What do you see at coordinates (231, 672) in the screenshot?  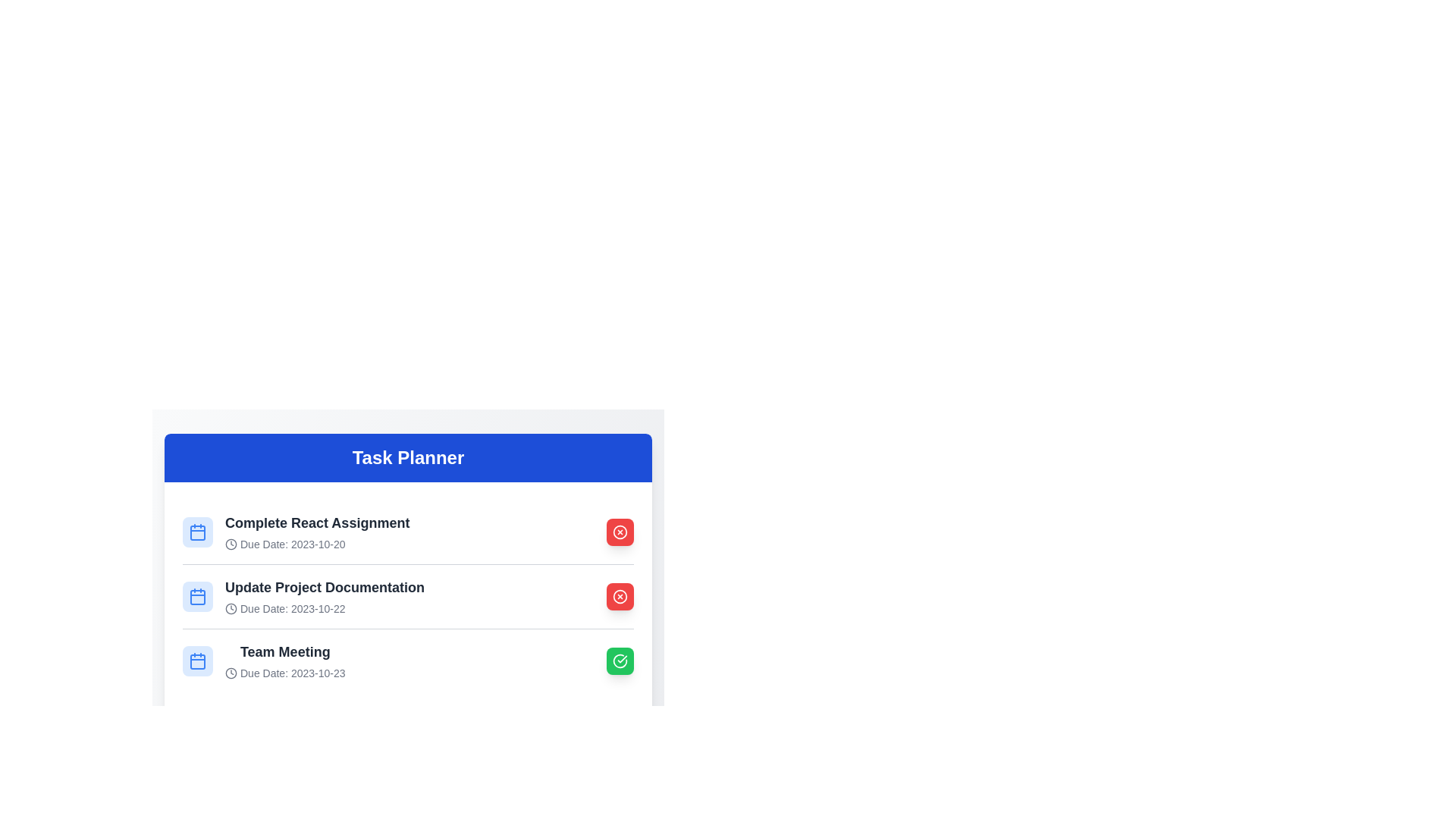 I see `the small clock icon preceding the text 'Due Date: 2023-10-23' in the 'Team Meeting' row` at bounding box center [231, 672].